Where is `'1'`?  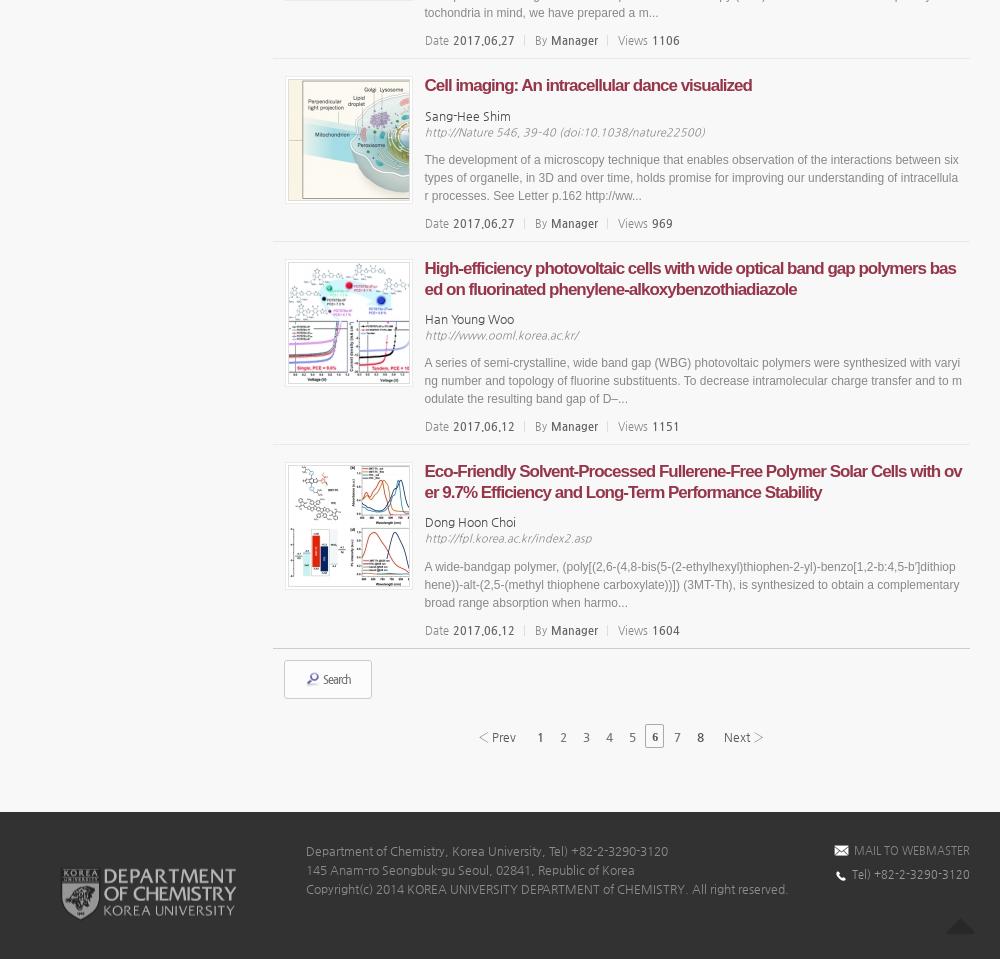
'1' is located at coordinates (540, 735).